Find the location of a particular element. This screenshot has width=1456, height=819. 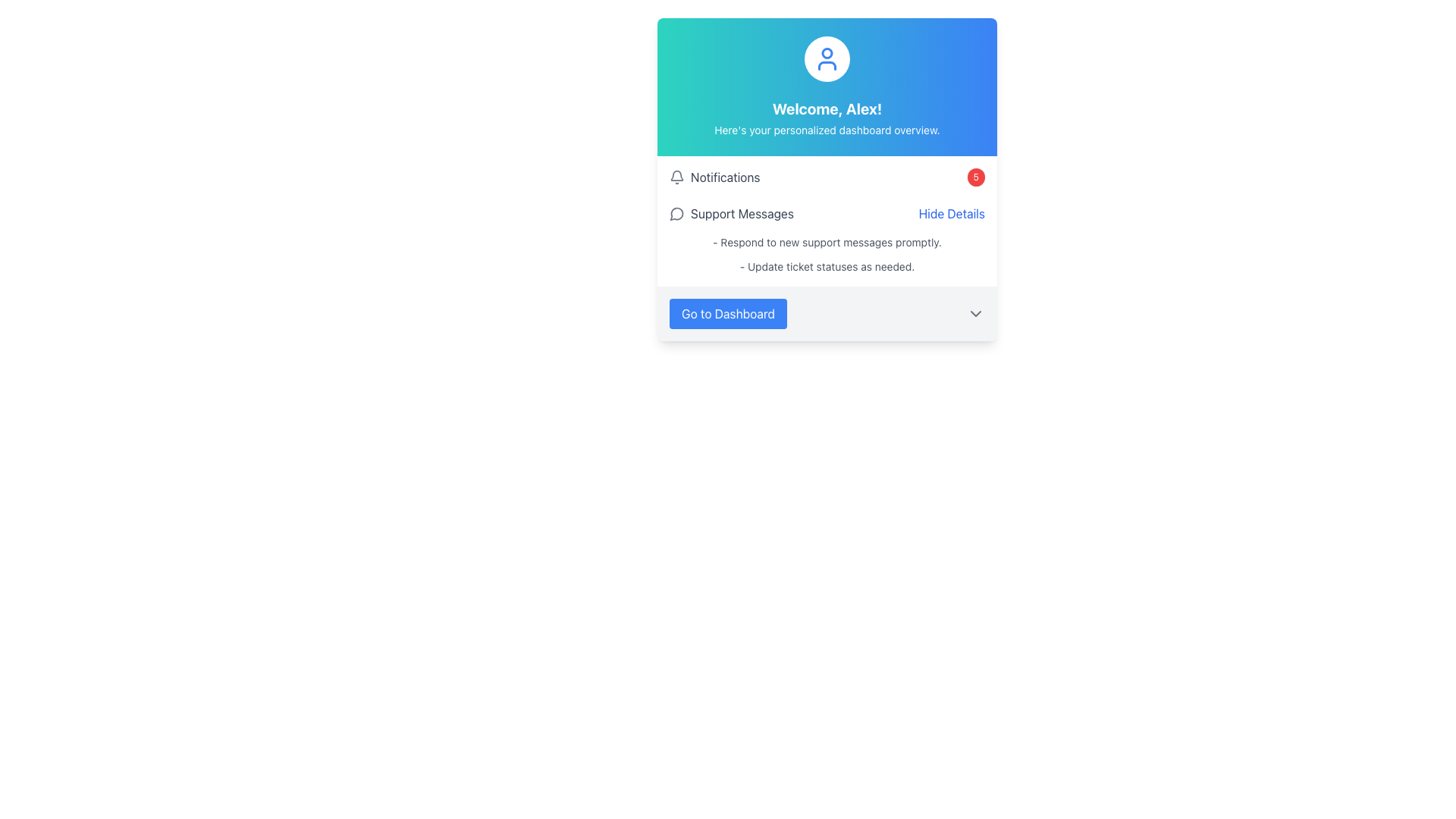

the Informational Header element that displays 'Welcome, Alex!' and includes a user profile icon above the text, located at the top of the interface is located at coordinates (826, 87).